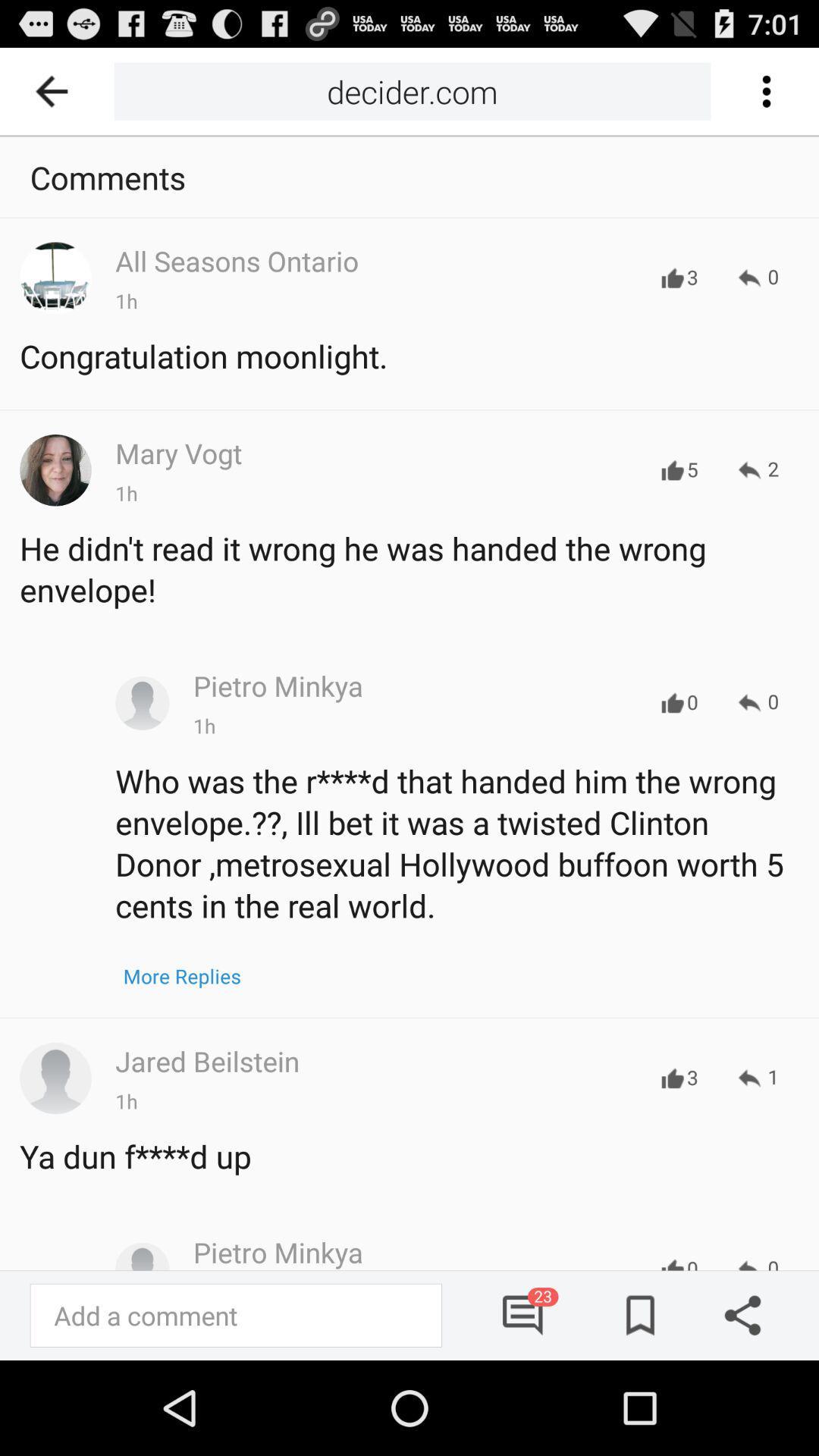  I want to click on the more replies option, so click(181, 976).